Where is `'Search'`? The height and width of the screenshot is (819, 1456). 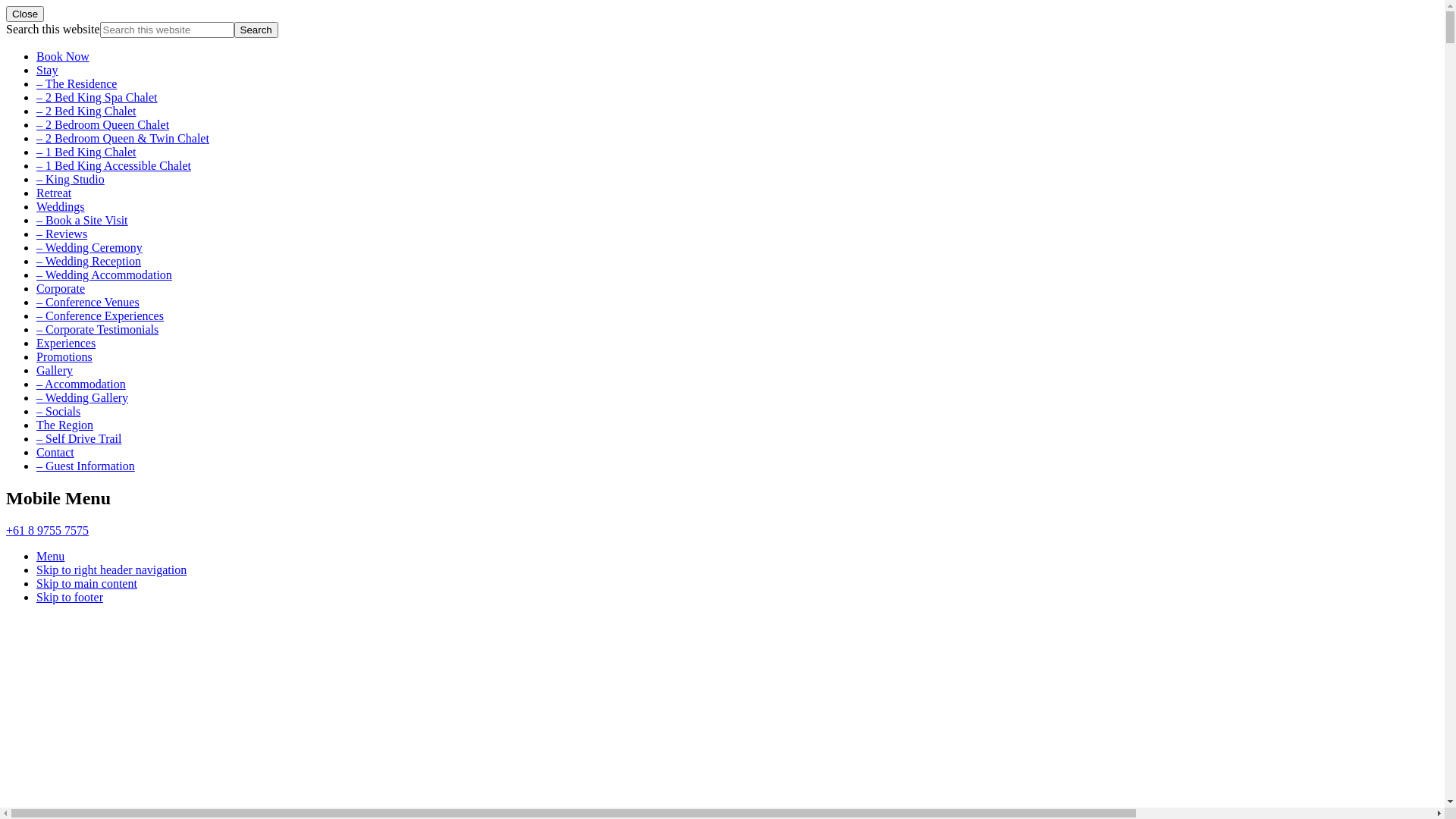
'Search' is located at coordinates (256, 30).